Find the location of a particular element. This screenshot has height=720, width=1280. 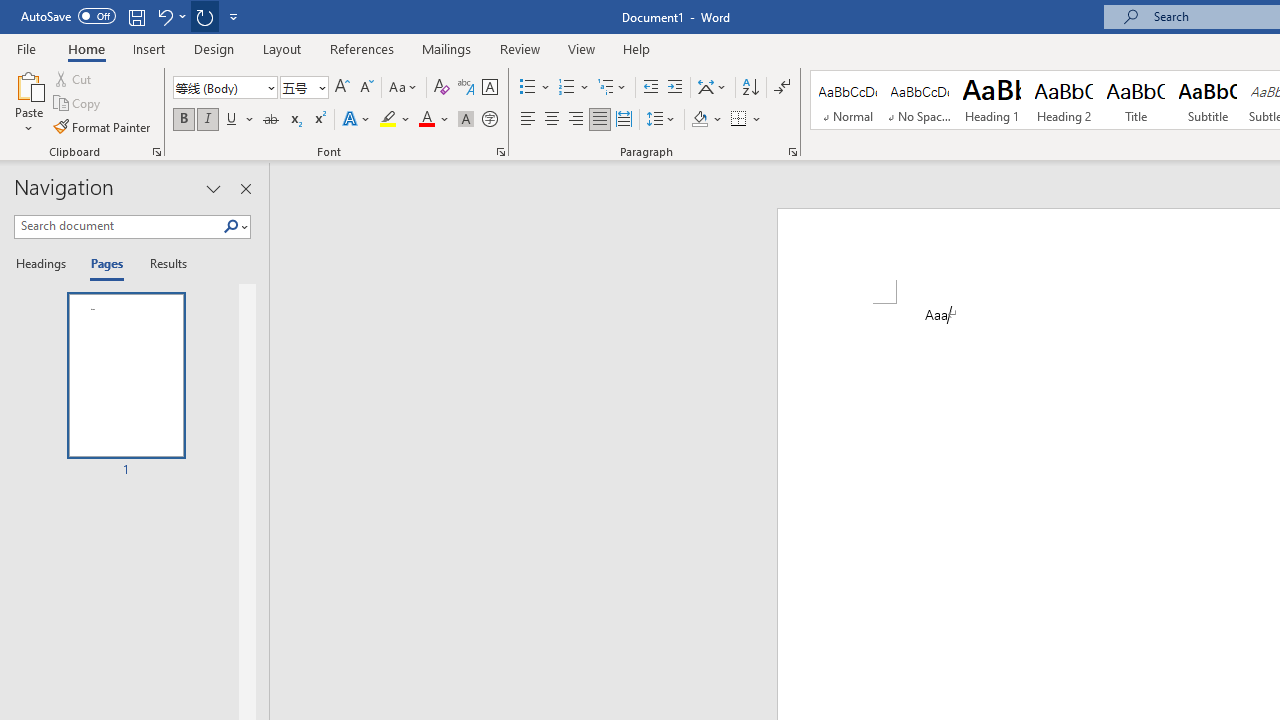

'Underline' is located at coordinates (240, 119).